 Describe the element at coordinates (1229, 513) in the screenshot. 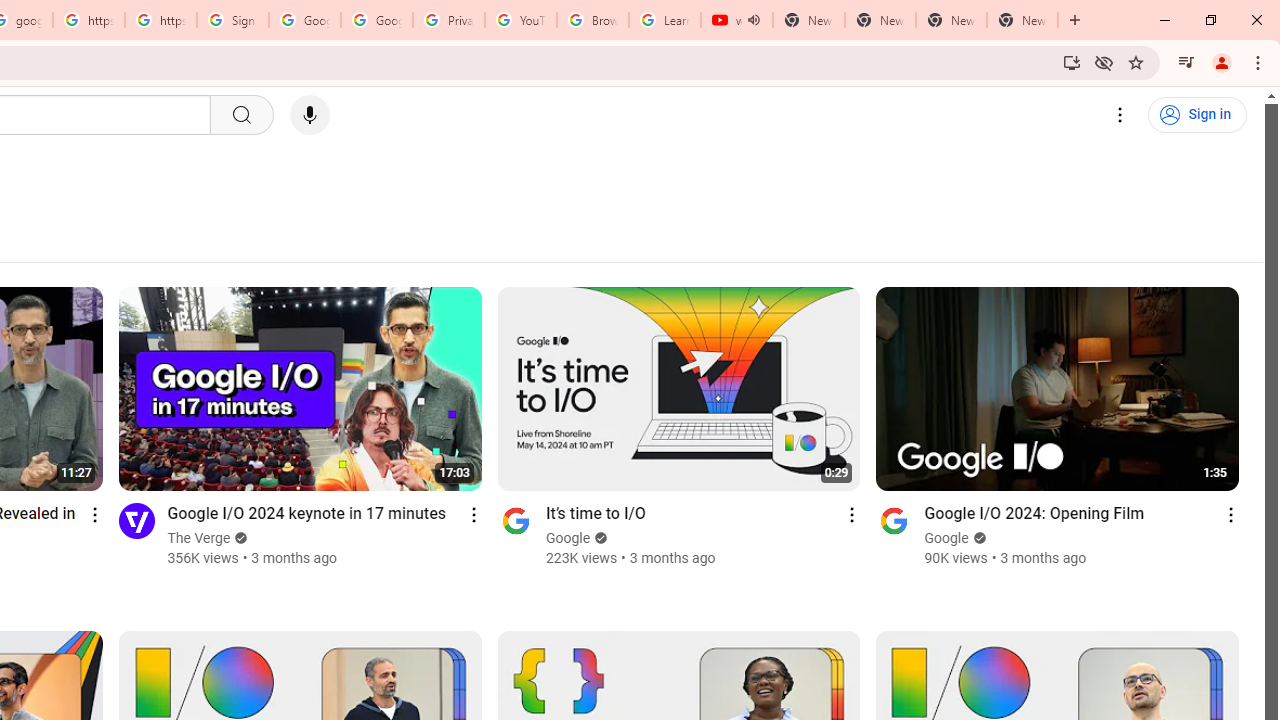

I see `'Action menu'` at that location.